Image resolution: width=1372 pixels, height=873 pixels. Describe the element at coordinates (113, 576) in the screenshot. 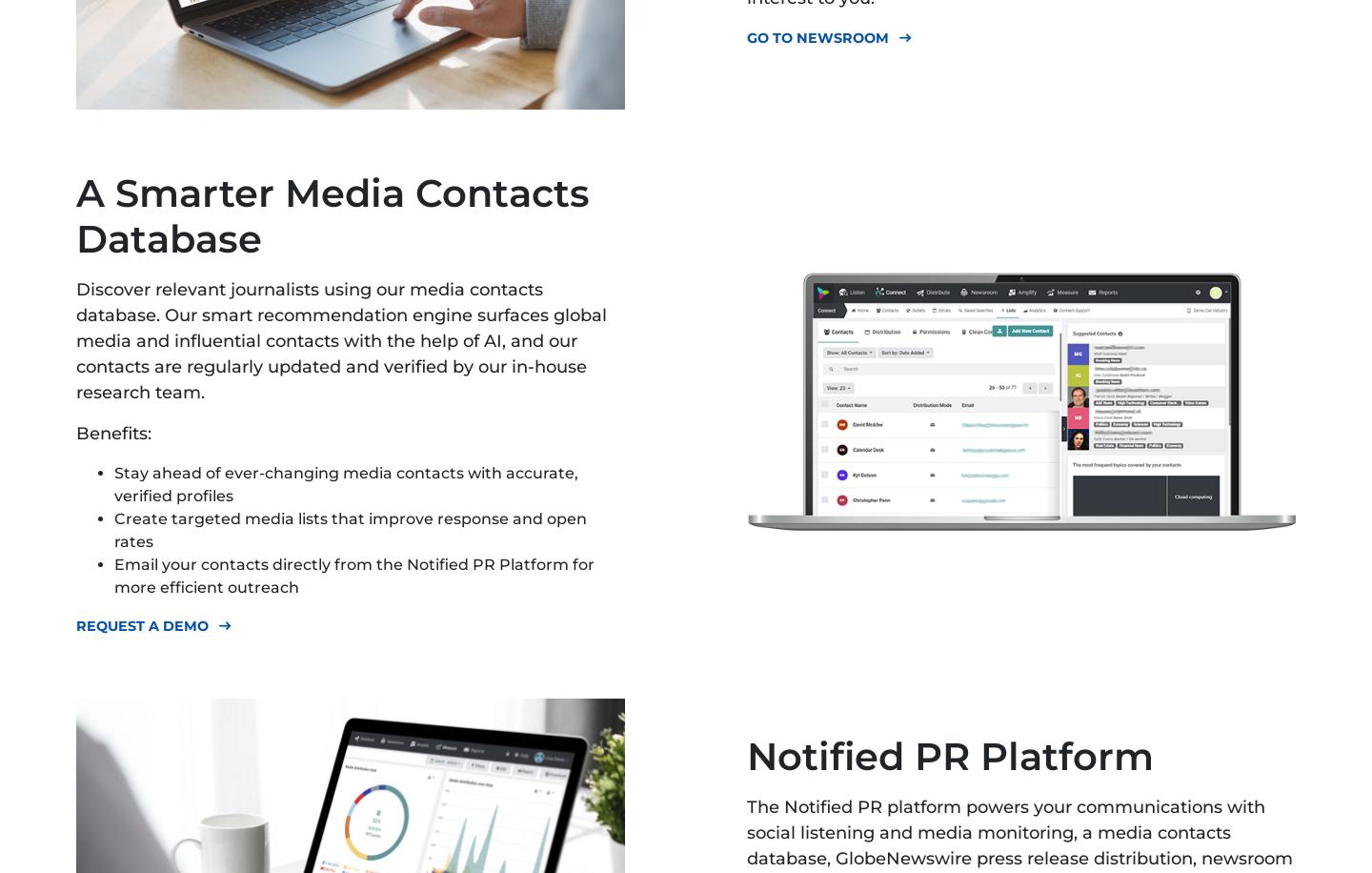

I see `'Email your contacts directly from the Notified PR Platform for more efficient outreach'` at that location.